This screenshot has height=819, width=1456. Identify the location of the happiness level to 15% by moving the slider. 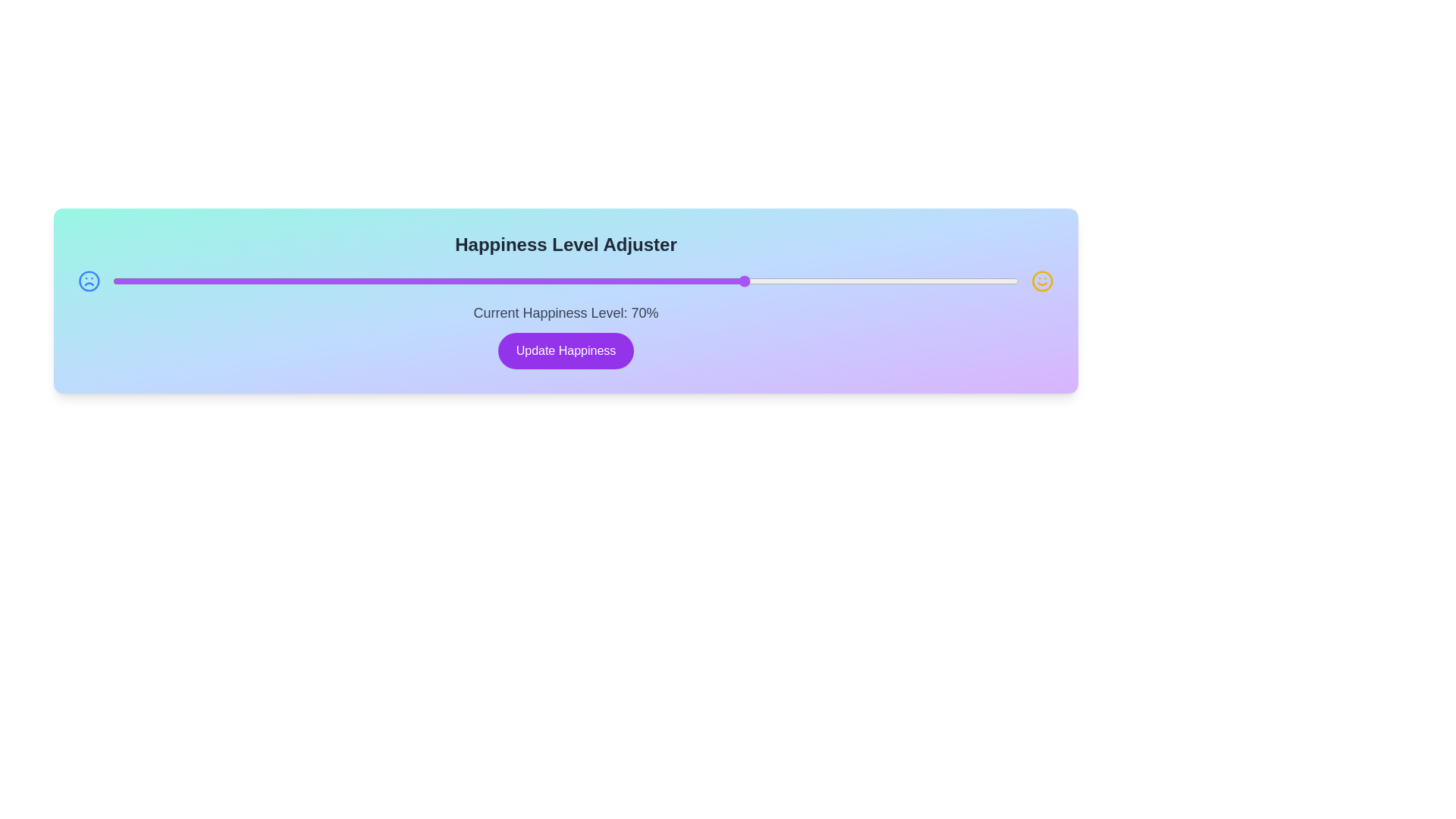
(249, 281).